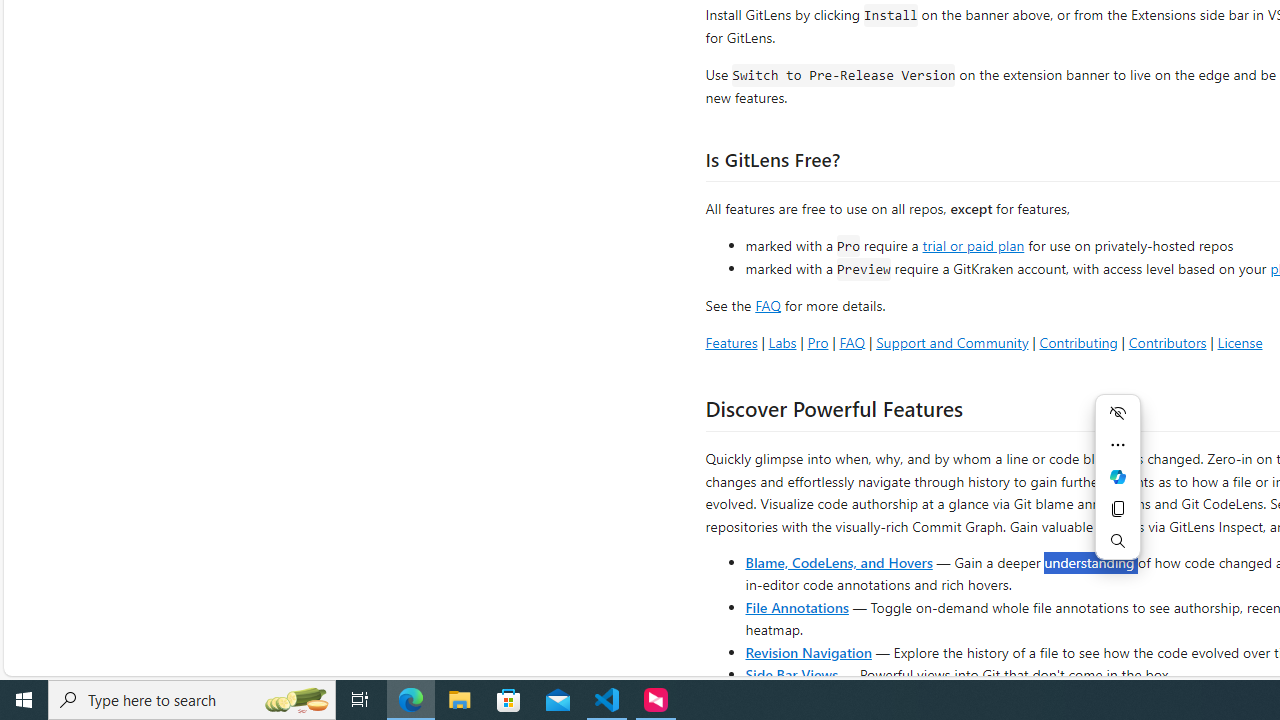 The height and width of the screenshot is (720, 1280). Describe the element at coordinates (1117, 508) in the screenshot. I see `'Copy'` at that location.